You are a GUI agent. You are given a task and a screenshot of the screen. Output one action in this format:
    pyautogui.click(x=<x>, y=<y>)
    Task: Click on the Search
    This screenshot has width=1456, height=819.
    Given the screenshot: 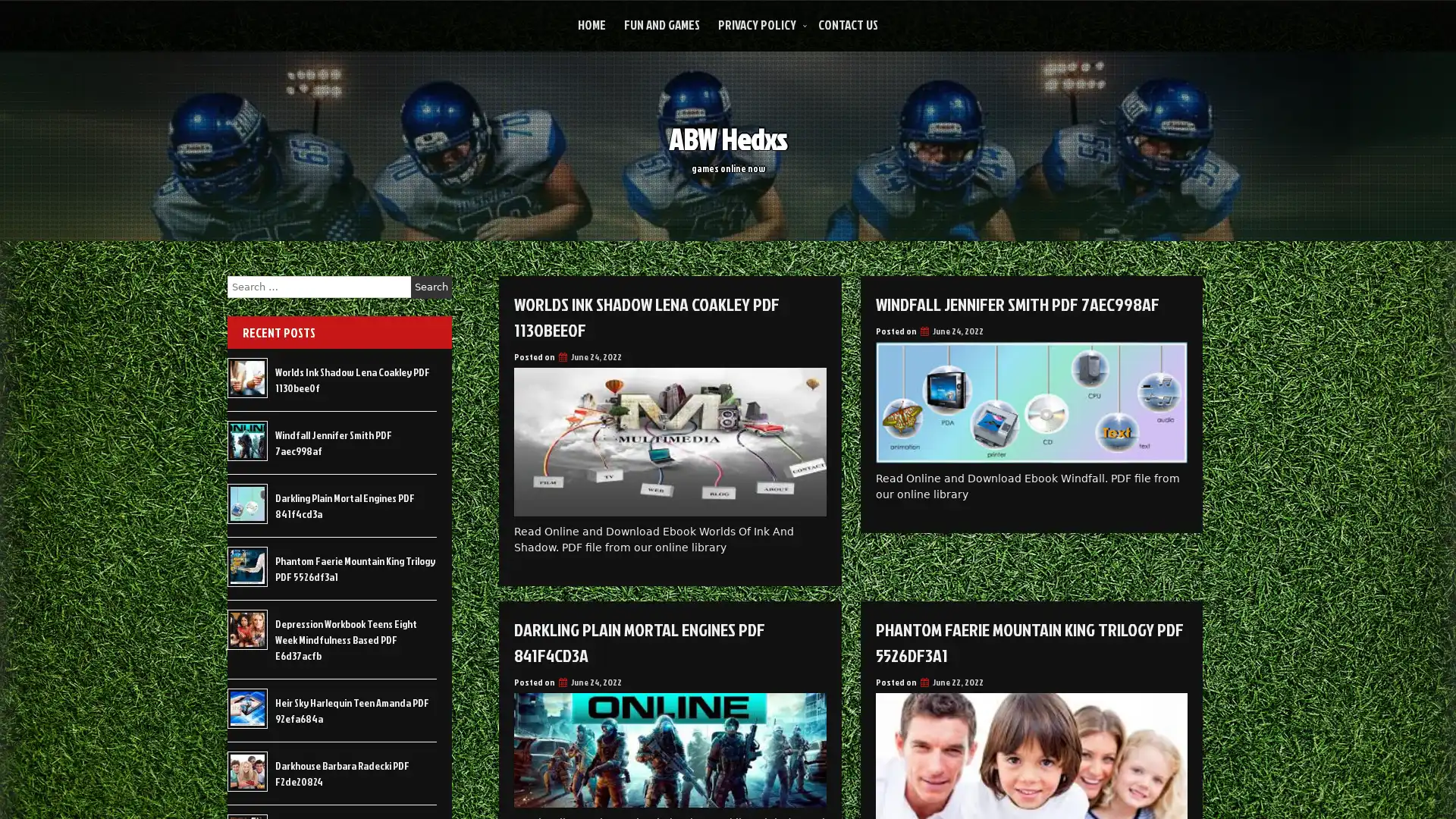 What is the action you would take?
    pyautogui.click(x=431, y=287)
    